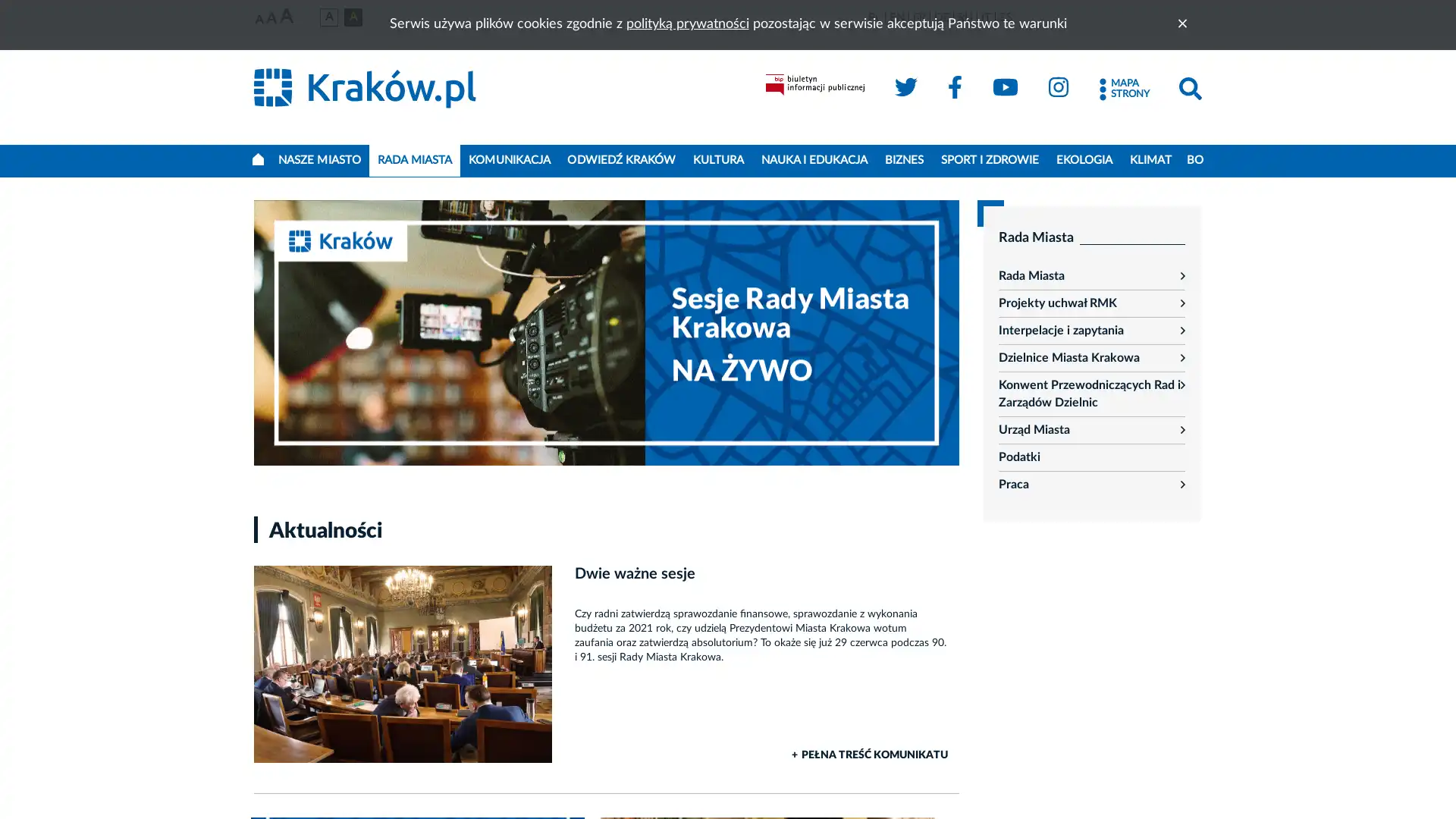  What do you see at coordinates (259, 20) in the screenshot?
I see `Najmniejsza czcionka` at bounding box center [259, 20].